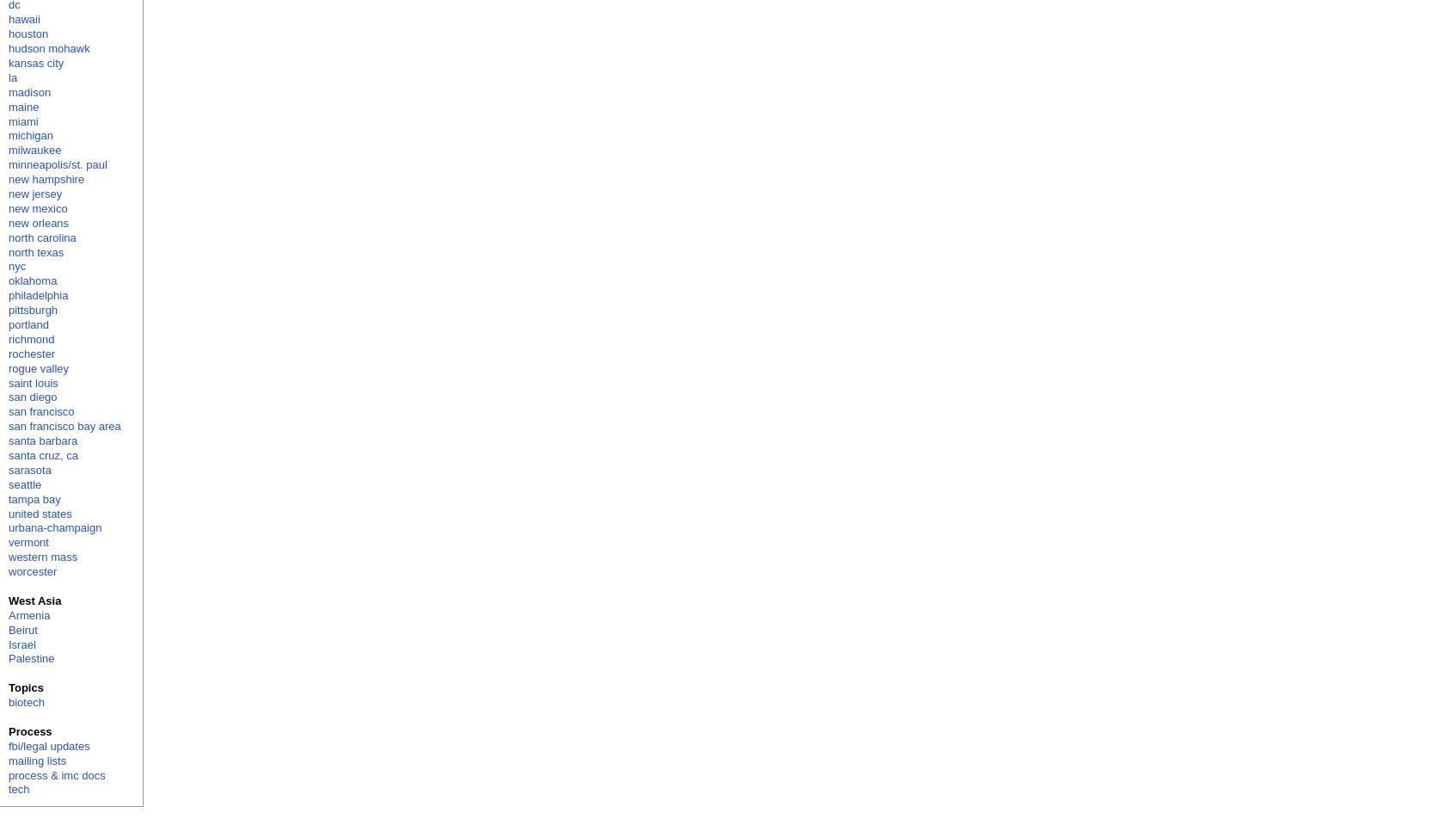 This screenshot has height=819, width=1456. I want to click on 'urbana-champaign', so click(53, 527).